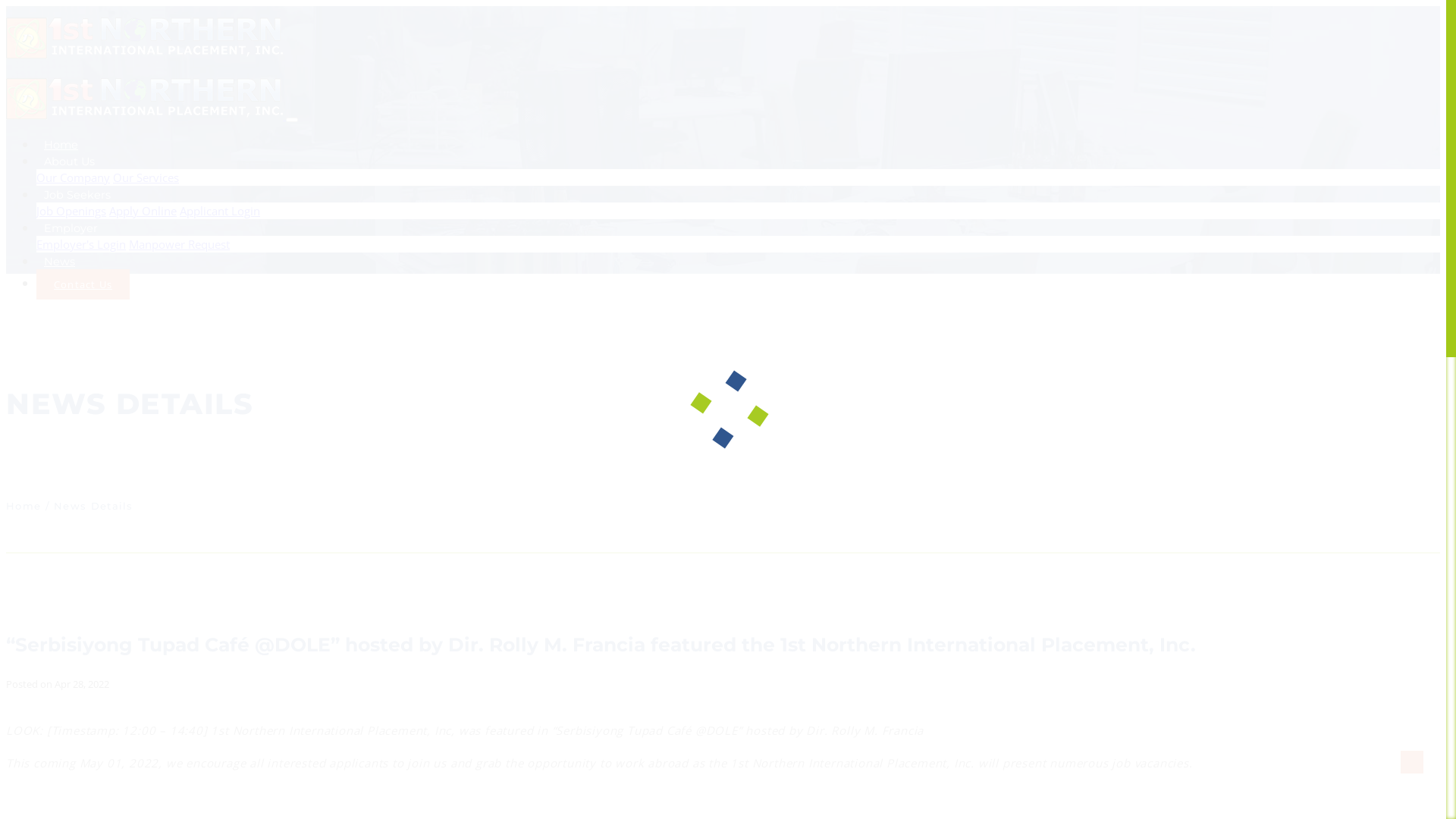 This screenshot has width=1456, height=819. What do you see at coordinates (61, 145) in the screenshot?
I see `'Home'` at bounding box center [61, 145].